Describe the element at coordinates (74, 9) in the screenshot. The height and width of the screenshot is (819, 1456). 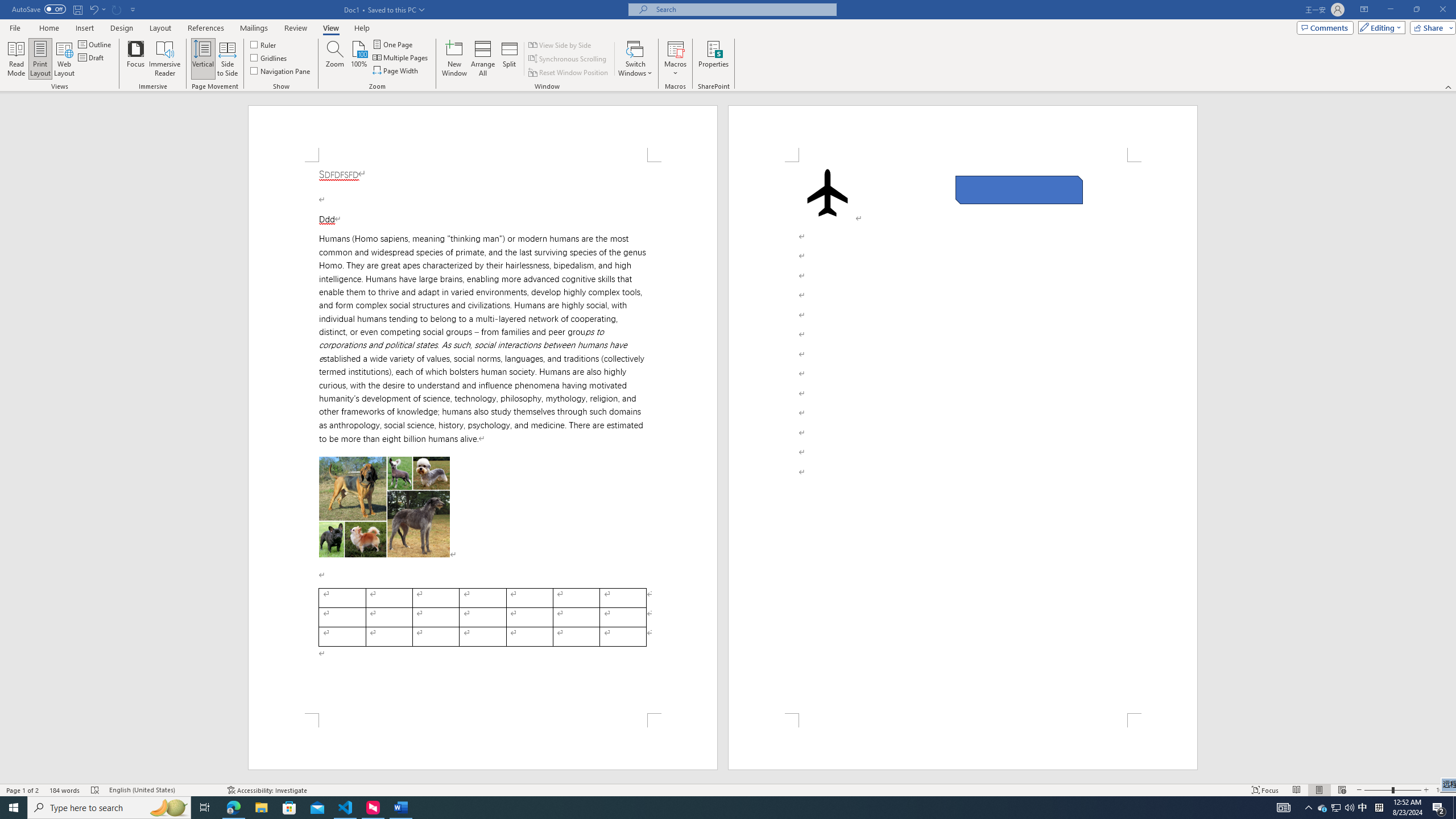
I see `'Quick Access Toolbar'` at that location.